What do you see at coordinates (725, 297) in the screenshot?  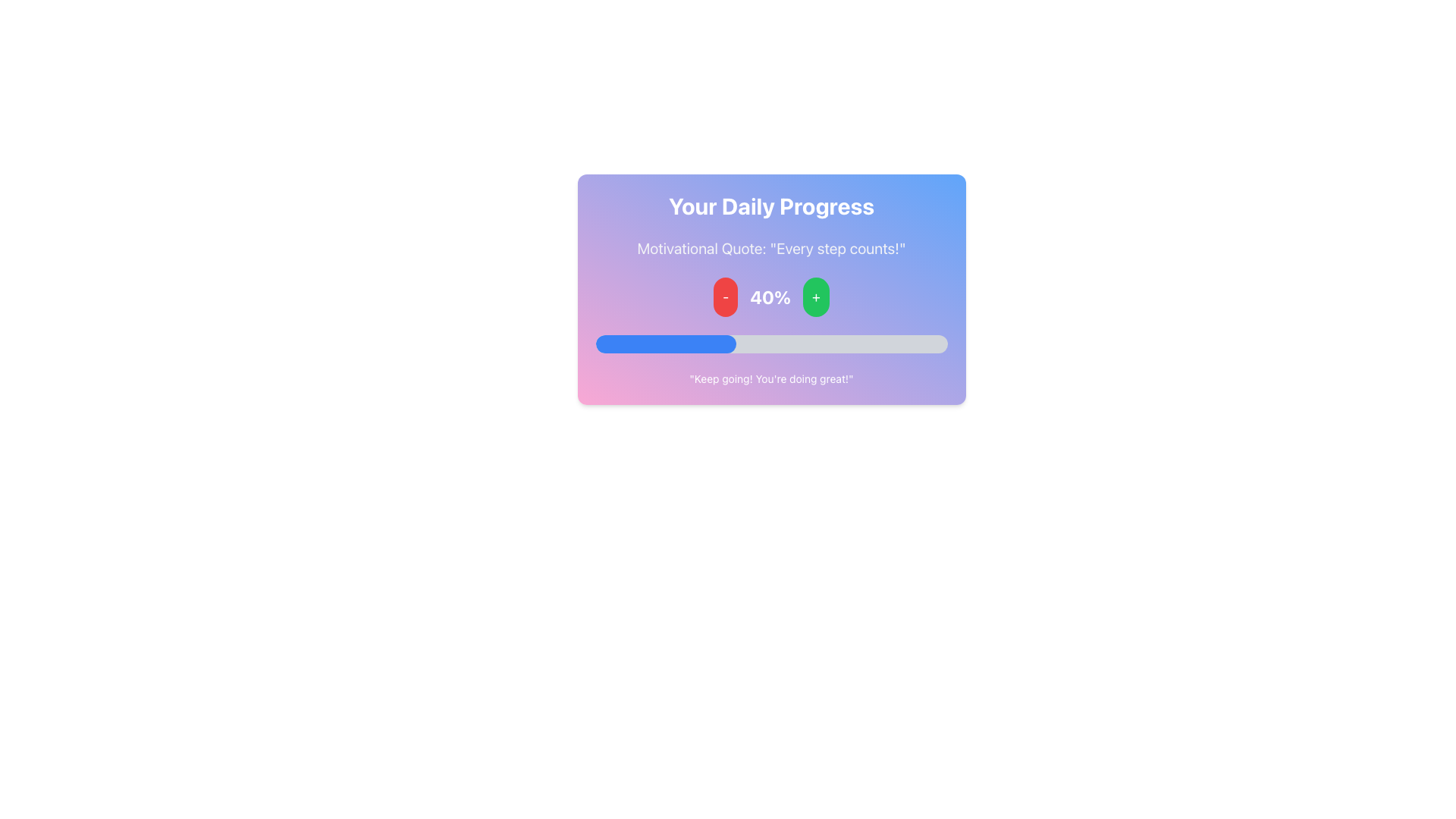 I see `the circular red button with a white hyphen to observe its hover effects` at bounding box center [725, 297].